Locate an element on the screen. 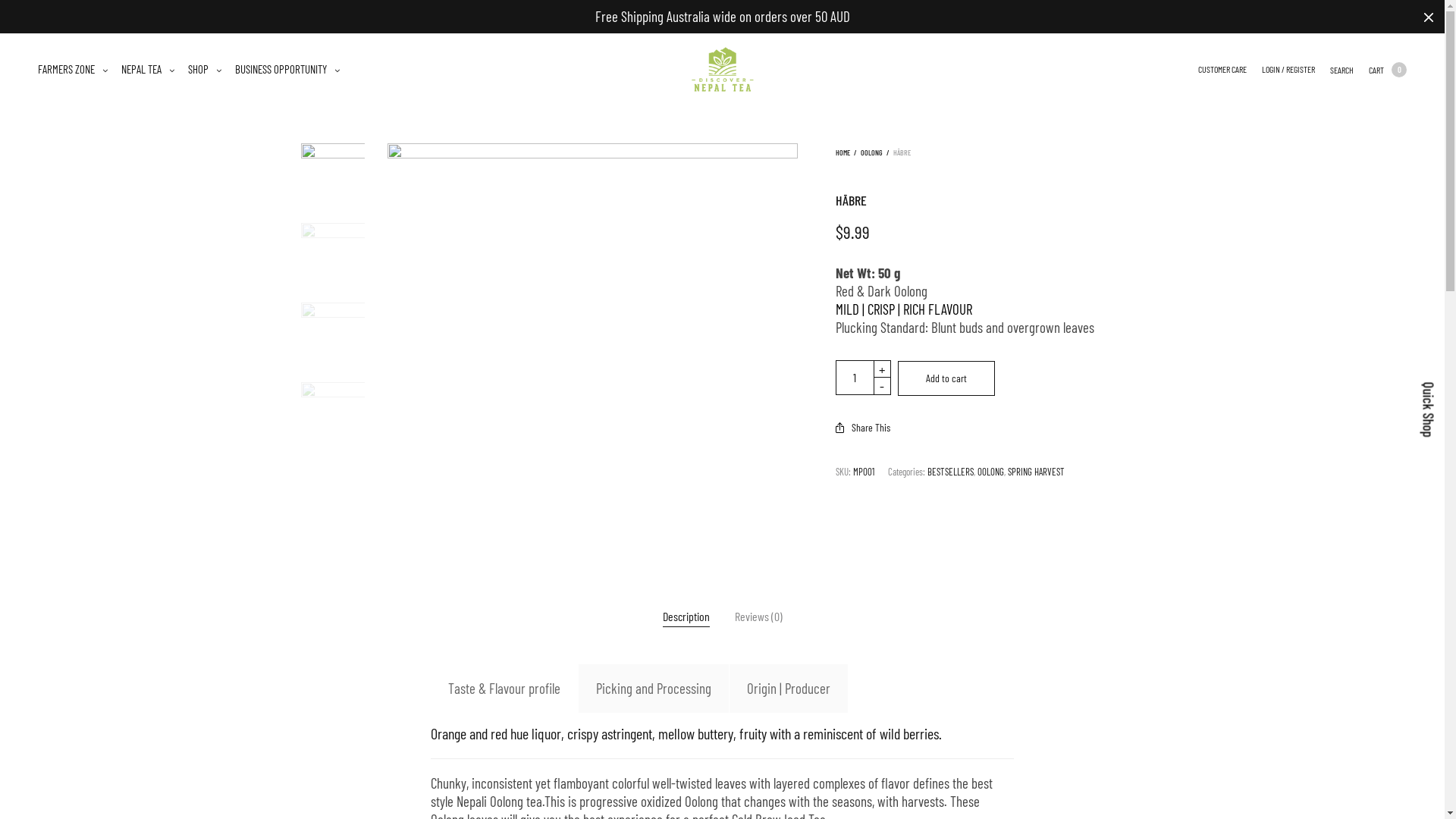 The image size is (1456, 819). 'BUSINESS OPPORTUNITY' is located at coordinates (287, 69).